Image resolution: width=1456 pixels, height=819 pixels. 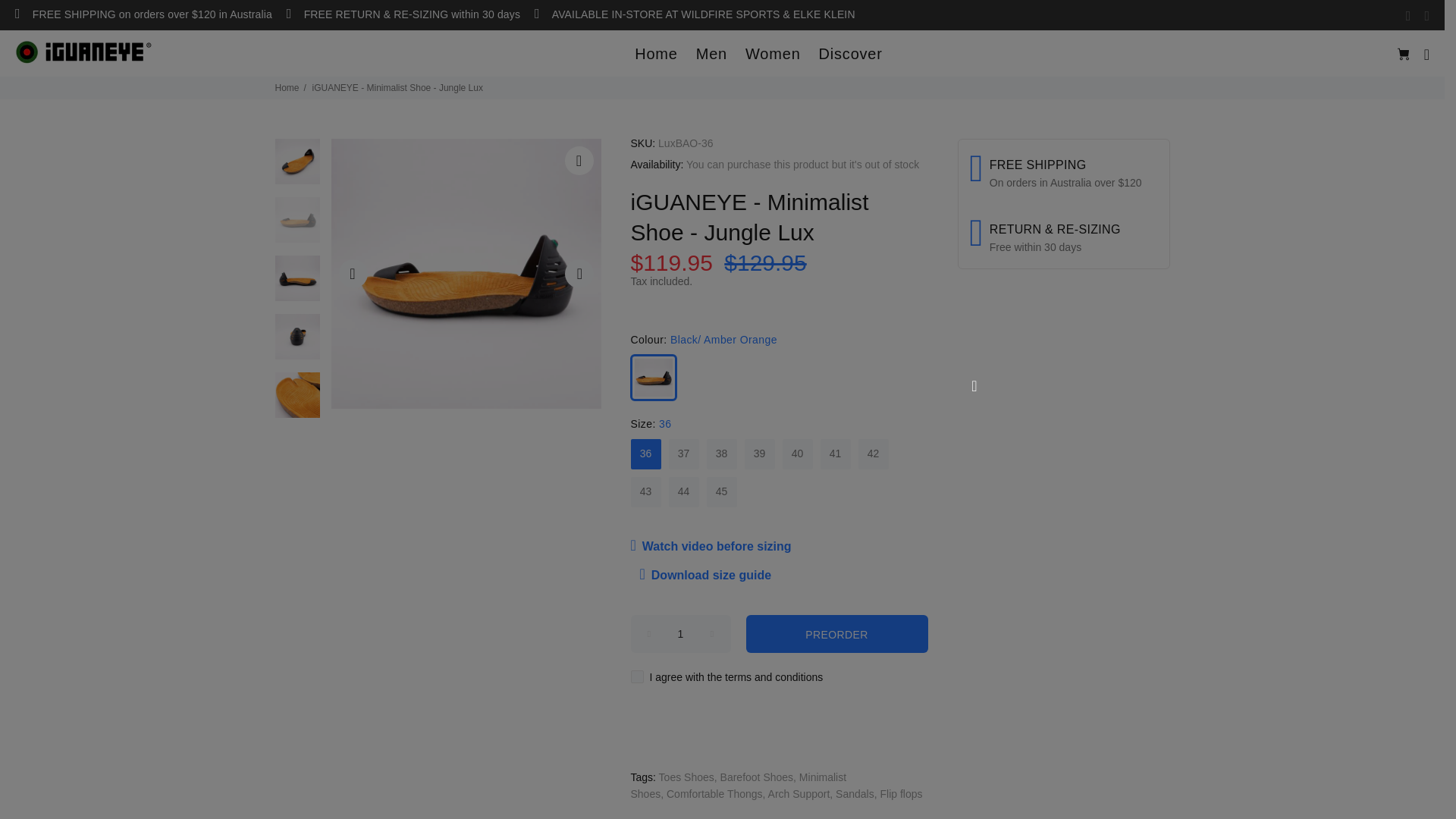 What do you see at coordinates (858, 453) in the screenshot?
I see `'42'` at bounding box center [858, 453].